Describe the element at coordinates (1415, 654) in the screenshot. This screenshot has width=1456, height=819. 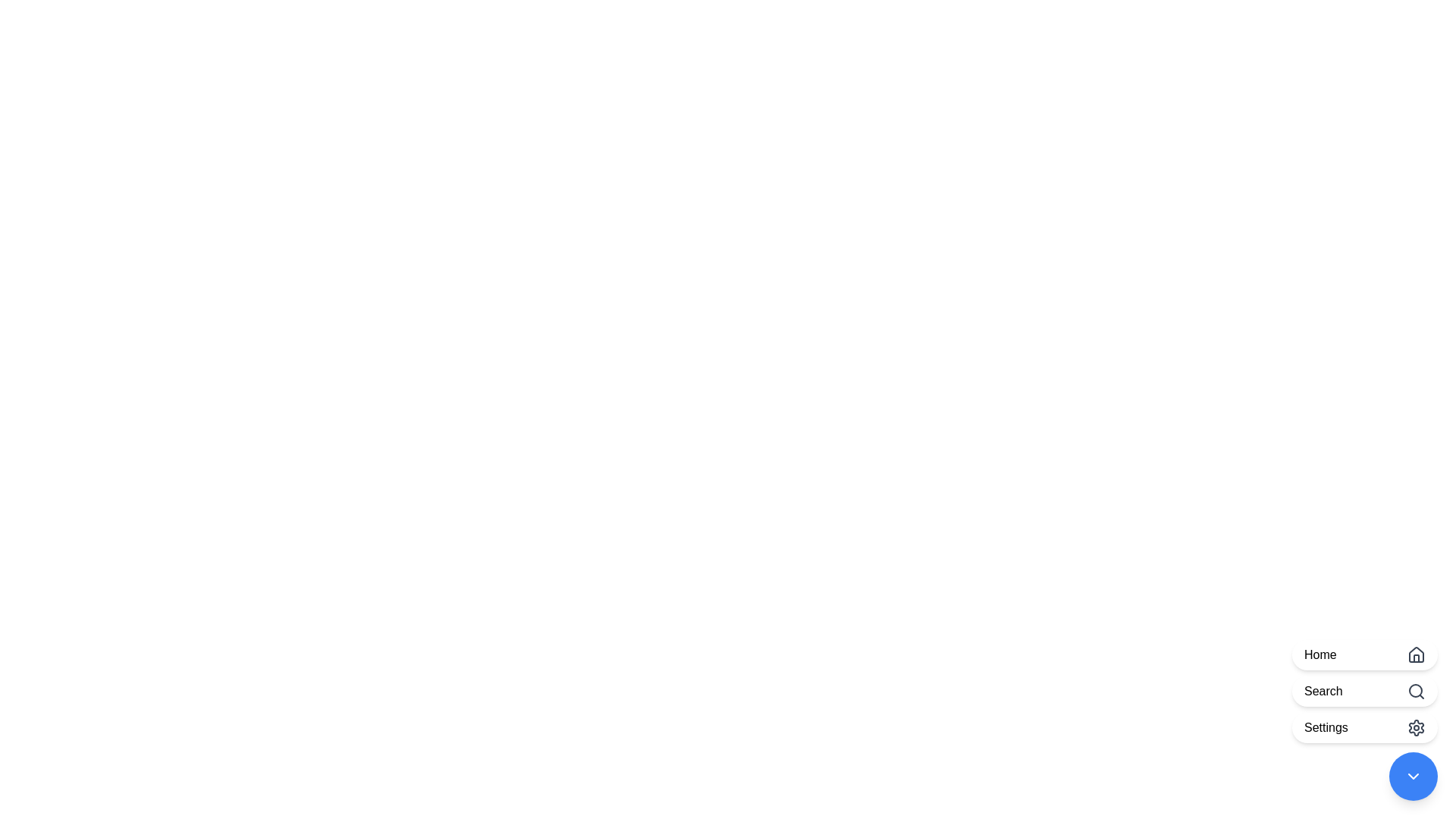
I see `the minimalist house icon with a gray outline located to the right of the 'Home' text label` at that location.